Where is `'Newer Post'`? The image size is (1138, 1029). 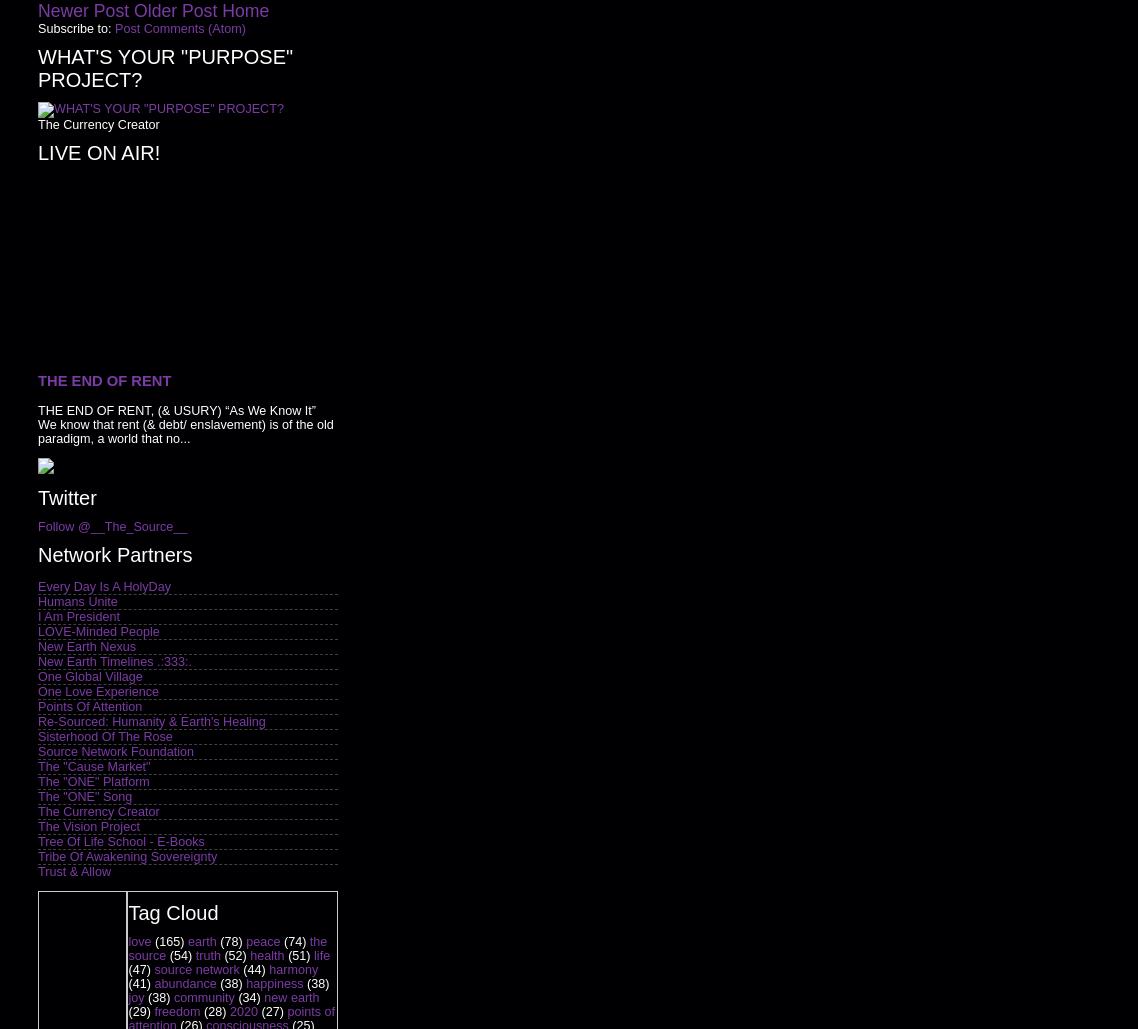
'Newer Post' is located at coordinates (82, 11).